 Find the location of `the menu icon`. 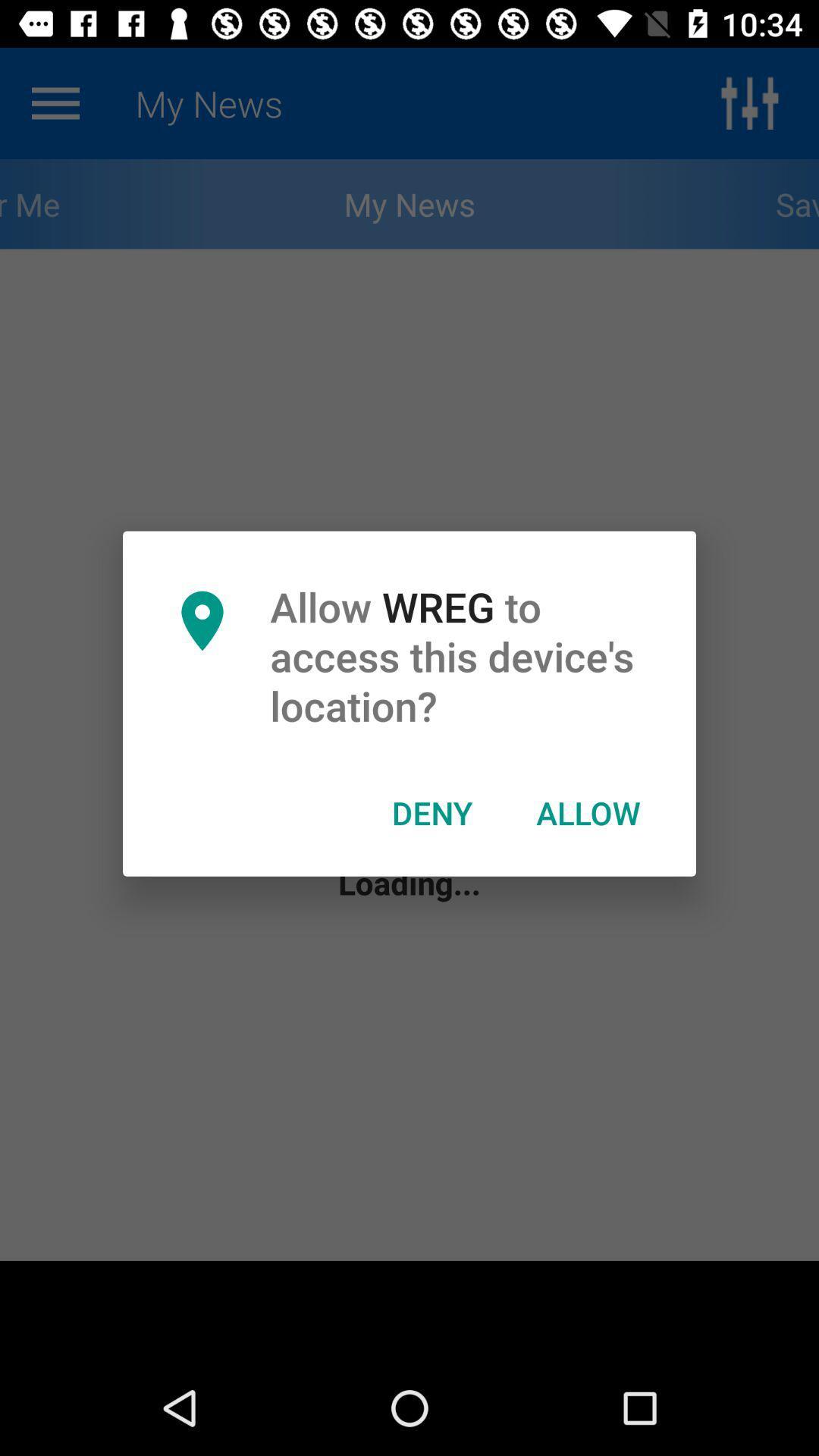

the menu icon is located at coordinates (55, 102).